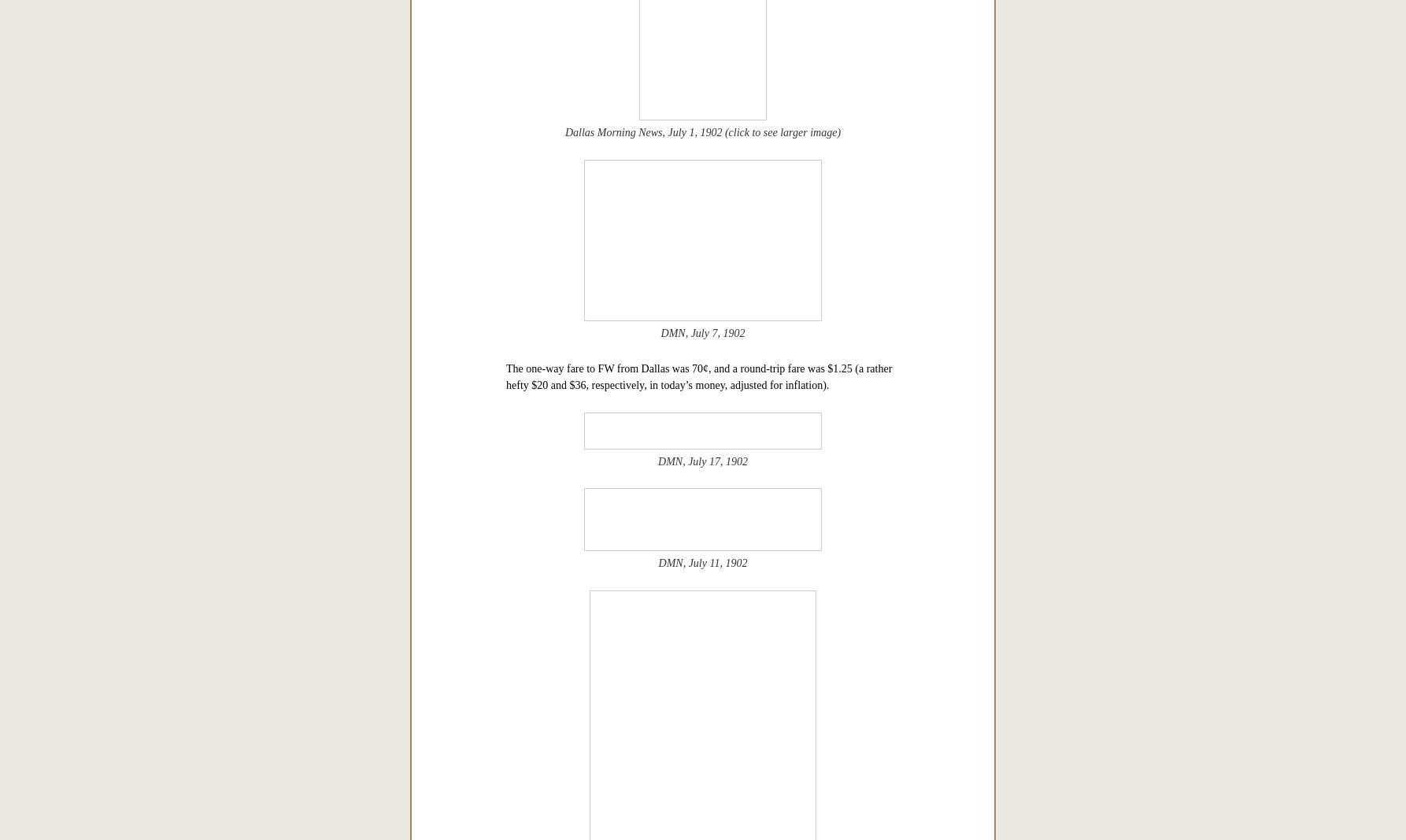 This screenshot has height=840, width=1406. Describe the element at coordinates (699, 280) in the screenshot. I see `'(the 10-page article “The System of the Northern Texas Traction Company” begins on p. 82). (Lots on “Lake Erie” at Handley can also  be found in this article.)'` at that location.